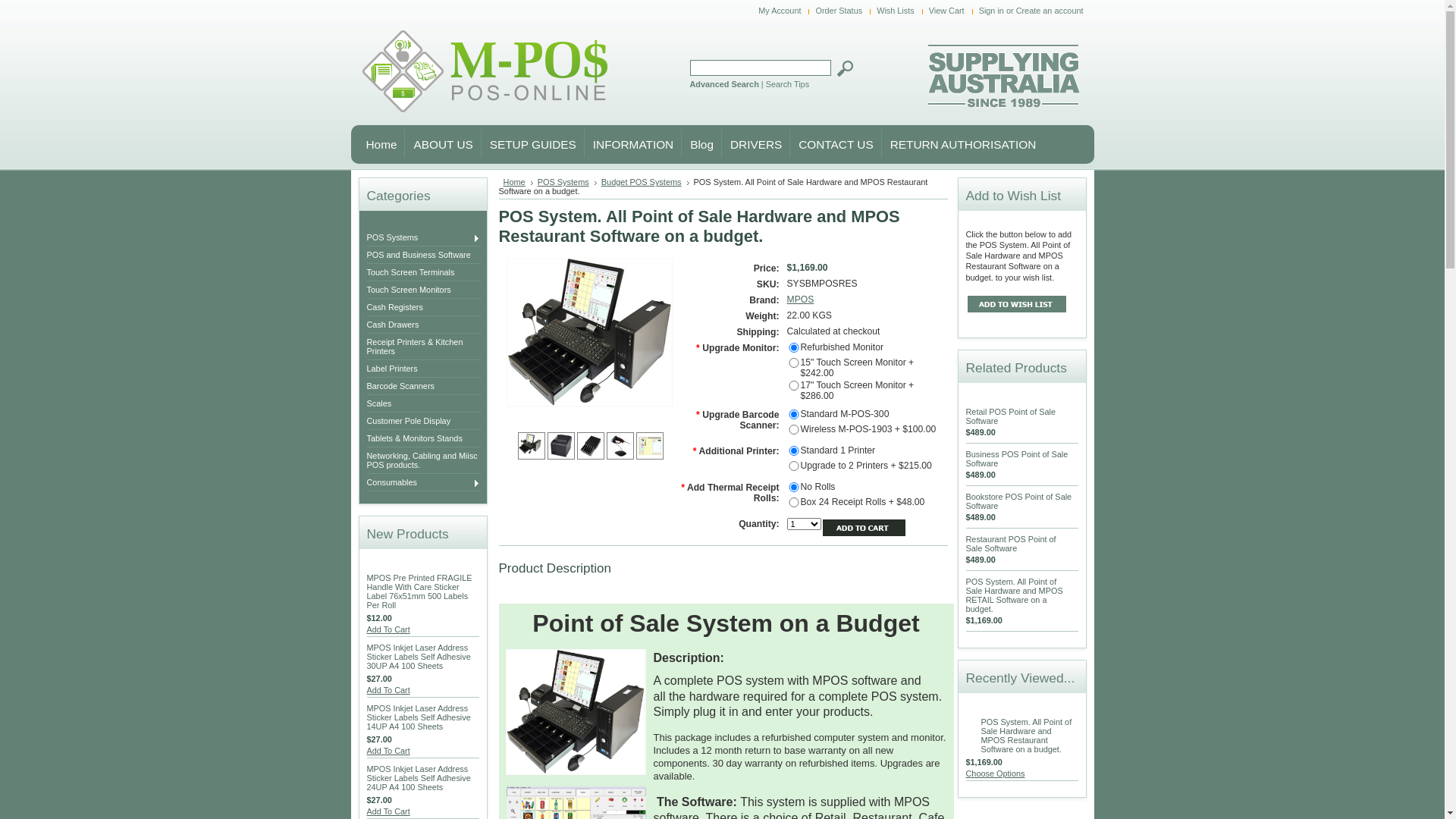  What do you see at coordinates (425, 369) in the screenshot?
I see `'Label Printers'` at bounding box center [425, 369].